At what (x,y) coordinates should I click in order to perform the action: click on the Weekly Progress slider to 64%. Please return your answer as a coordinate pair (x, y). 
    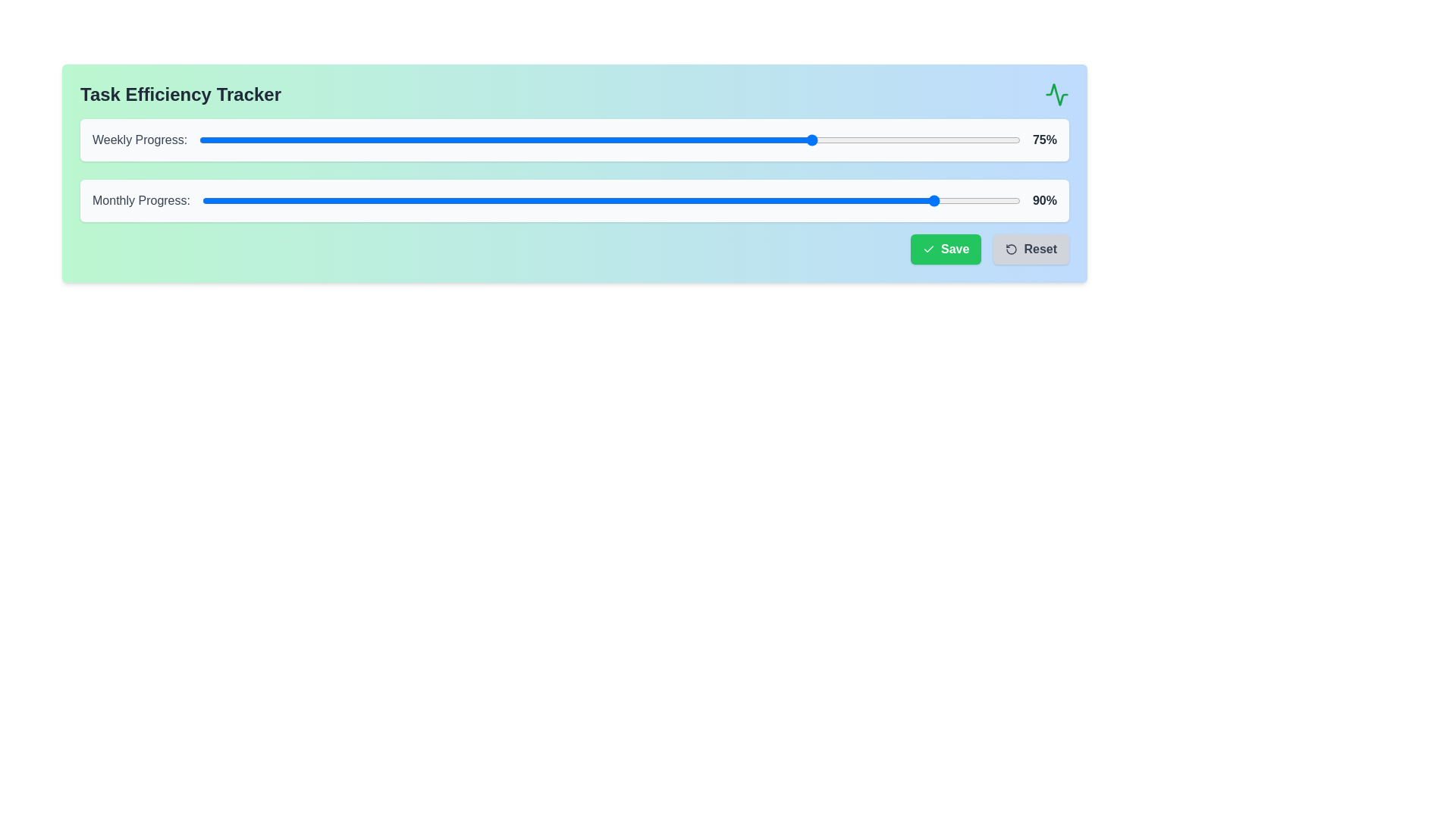
    Looking at the image, I should click on (724, 140).